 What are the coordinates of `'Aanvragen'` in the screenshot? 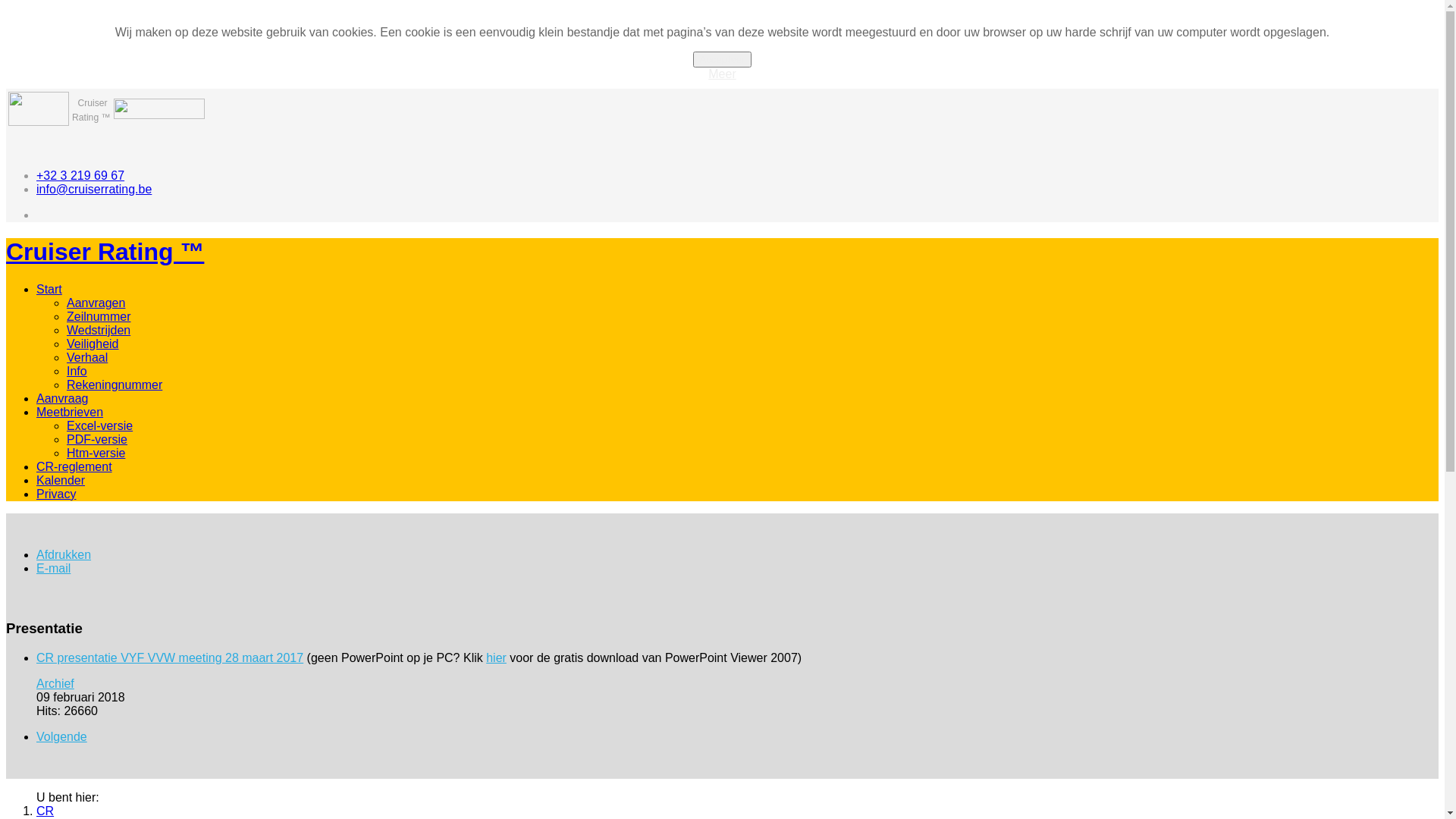 It's located at (95, 303).